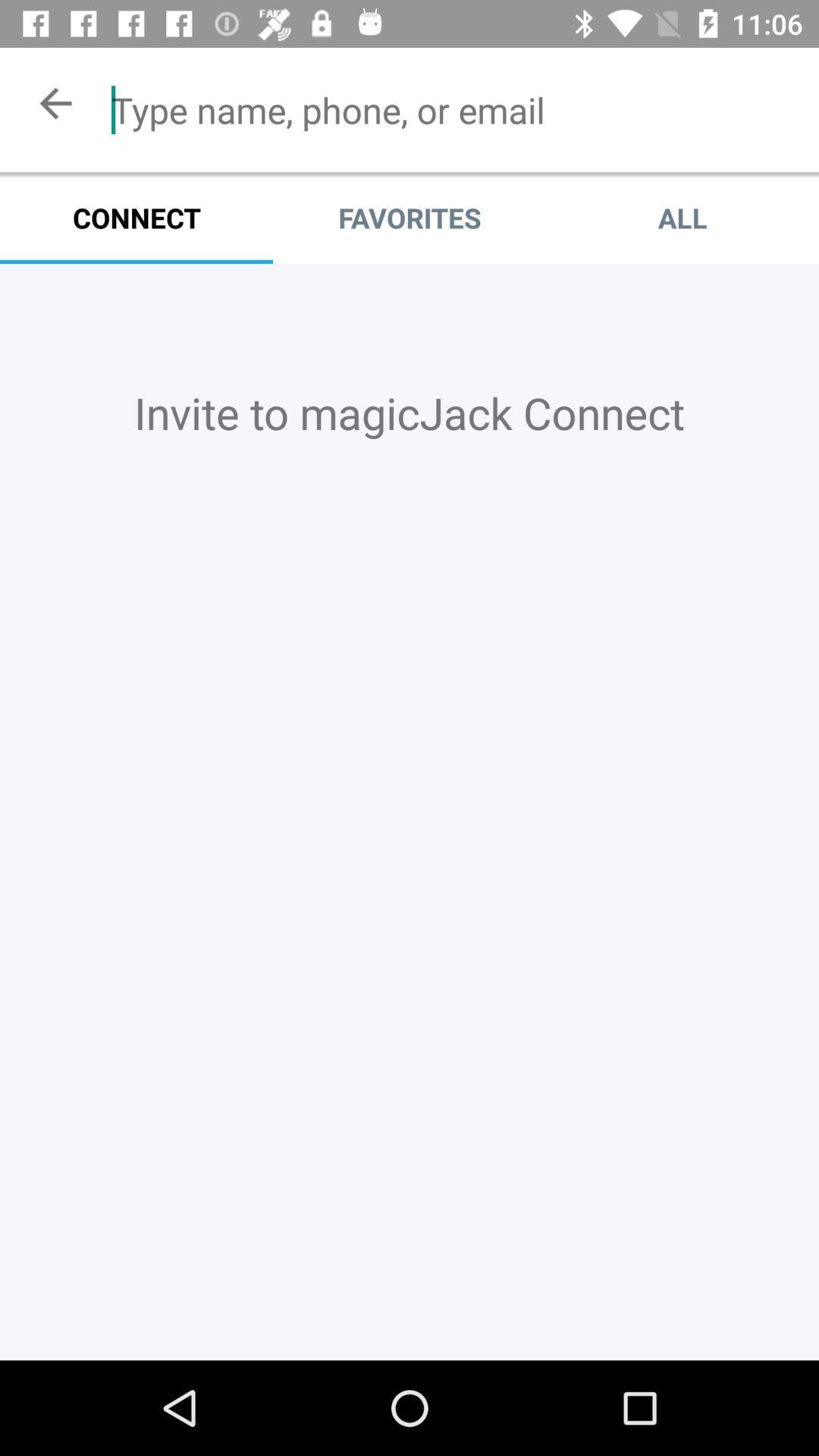 This screenshot has width=819, height=1456. I want to click on type name phone or email, so click(452, 109).